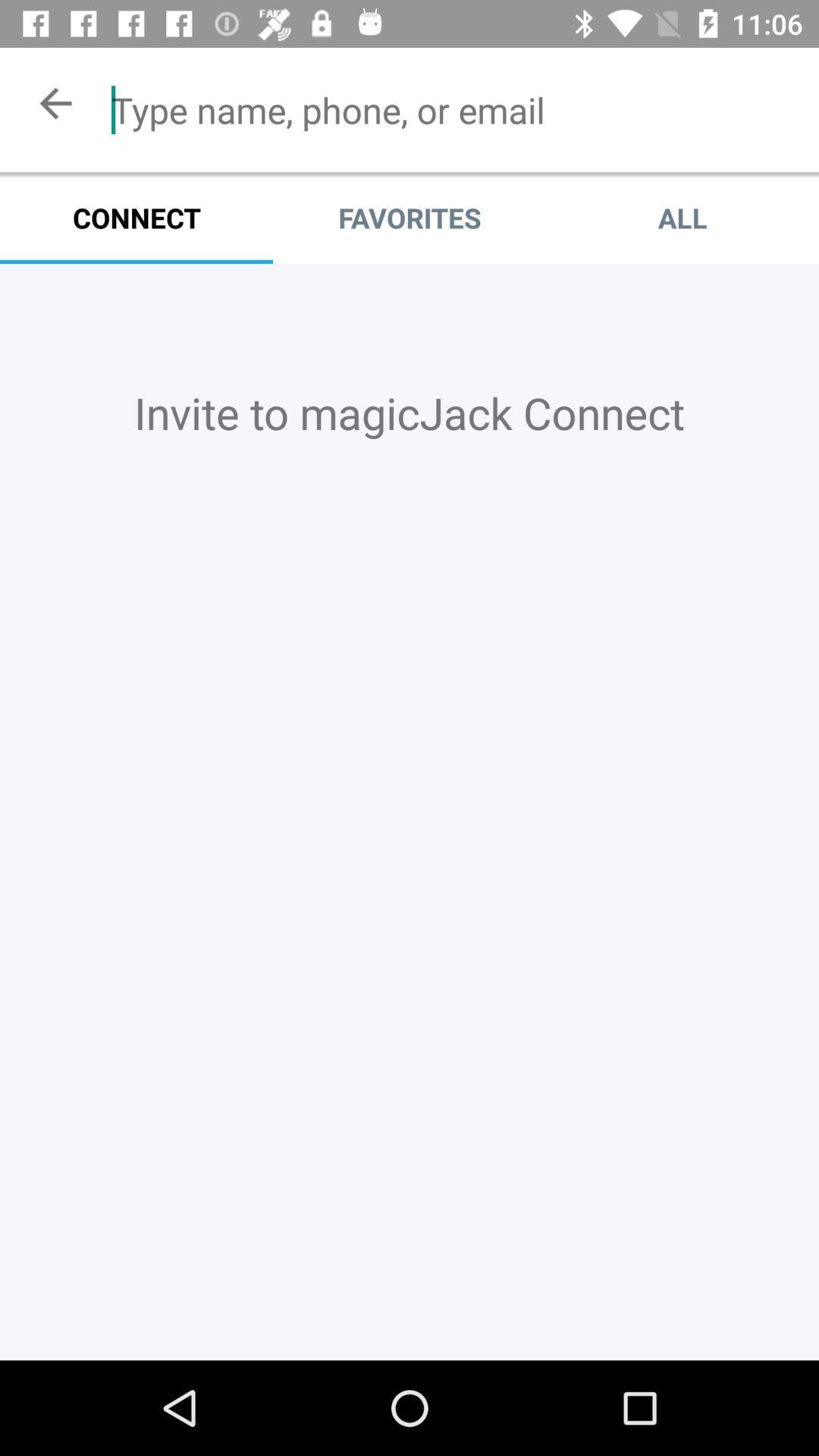 This screenshot has width=819, height=1456. I want to click on type name phone or email, so click(452, 109).